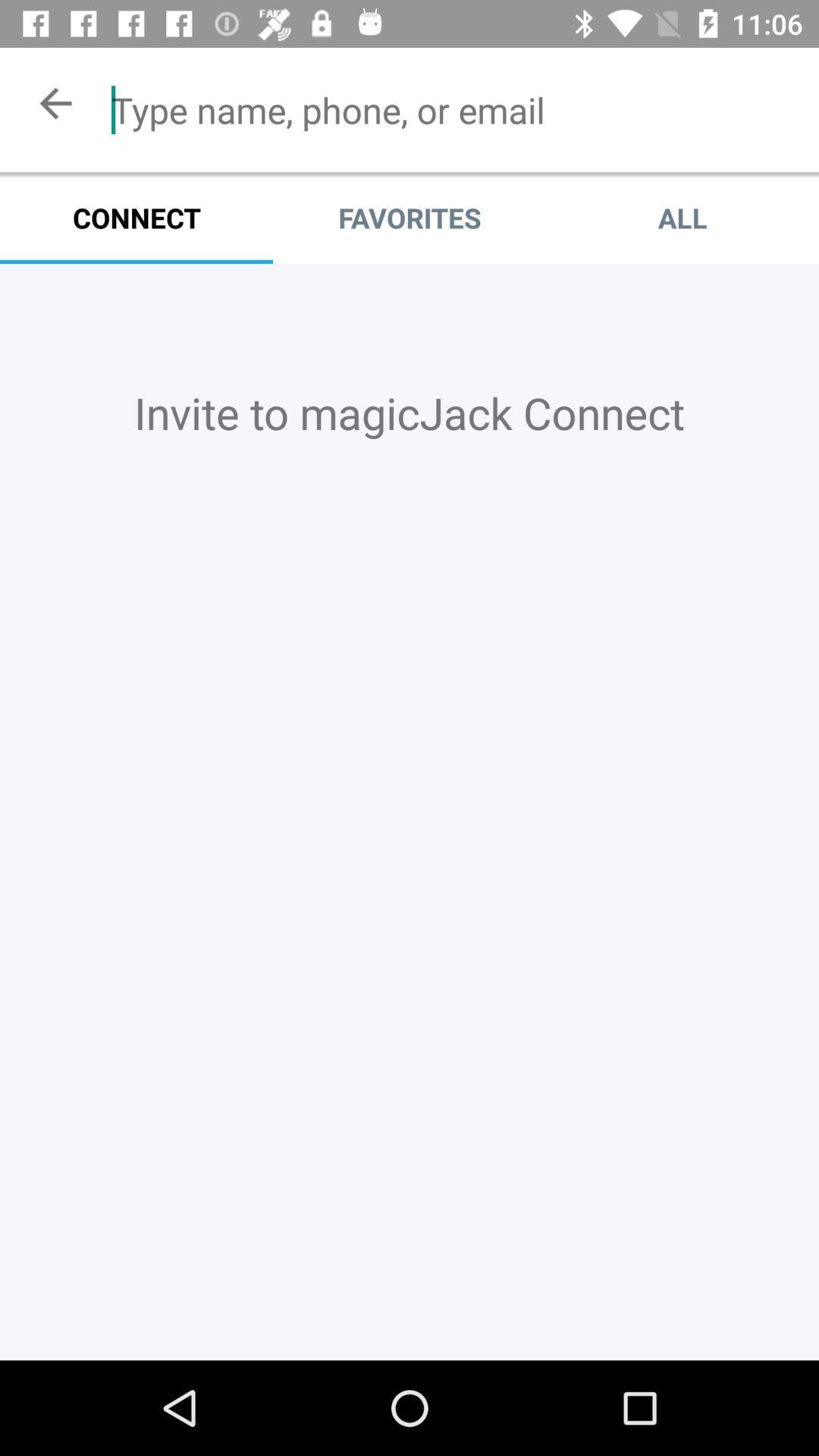 This screenshot has width=819, height=1456. I want to click on type name phone or email, so click(452, 109).